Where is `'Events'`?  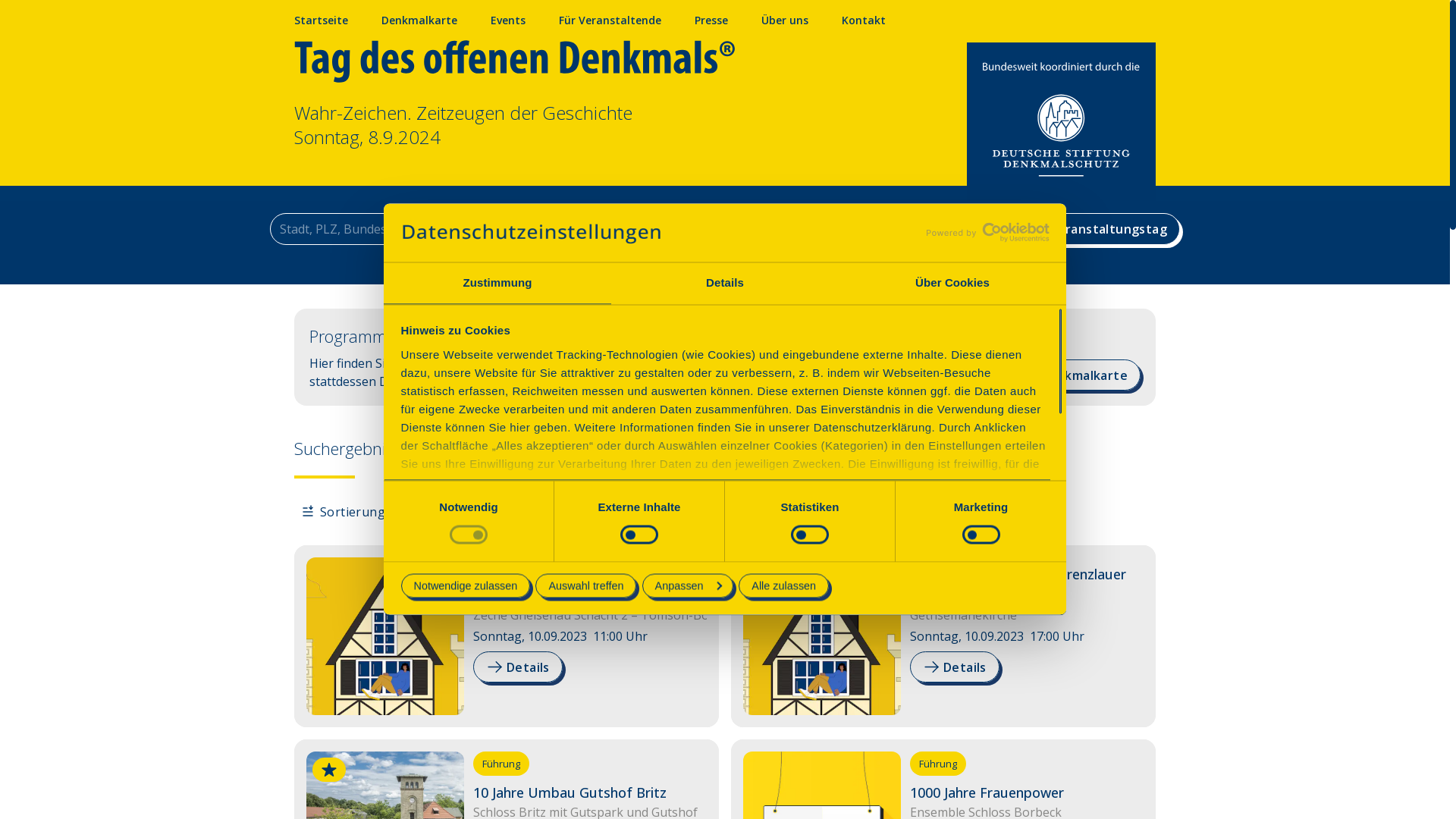
'Events' is located at coordinates (508, 20).